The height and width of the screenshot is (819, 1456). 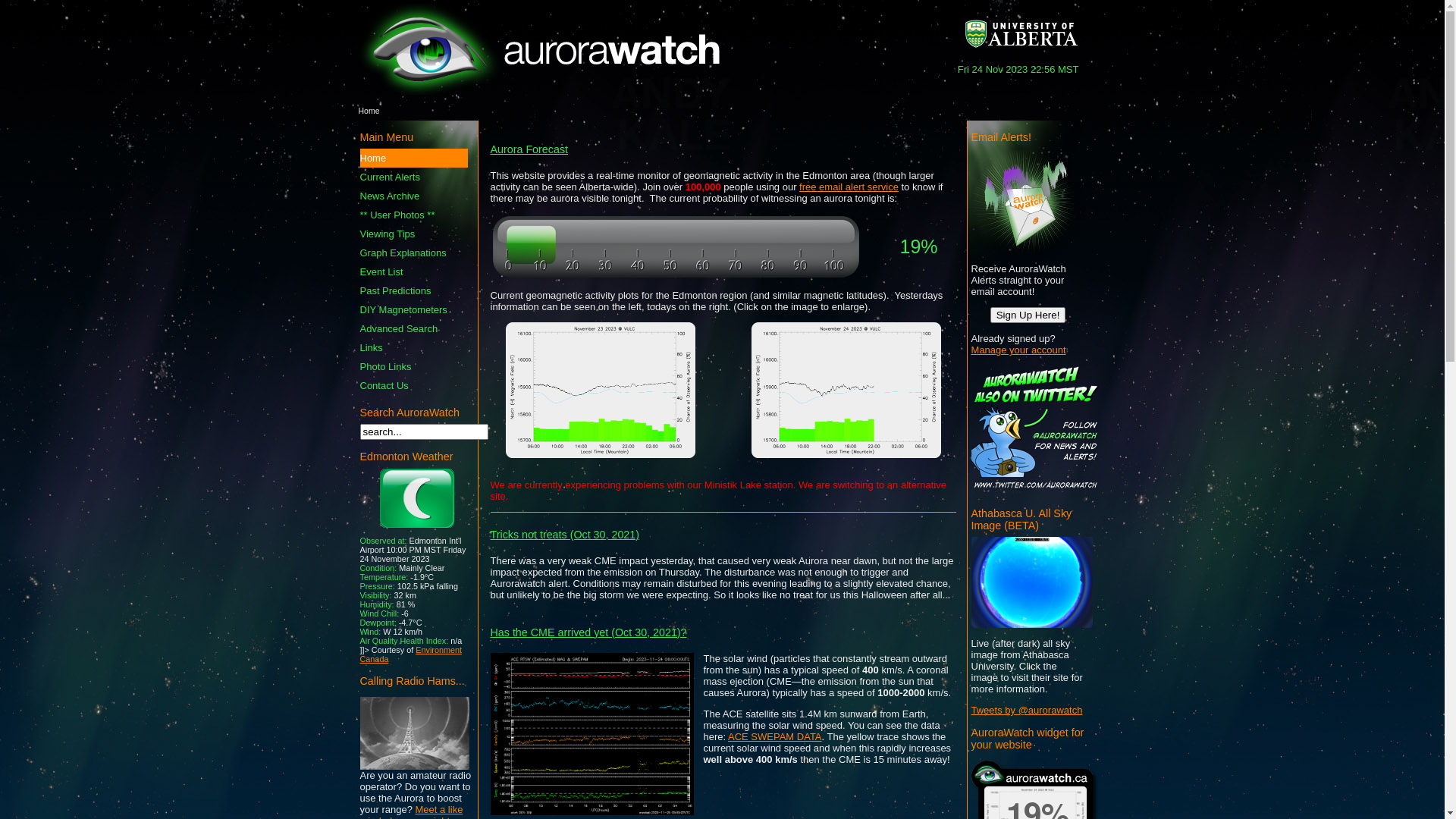 What do you see at coordinates (1018, 350) in the screenshot?
I see `'Manage your account'` at bounding box center [1018, 350].